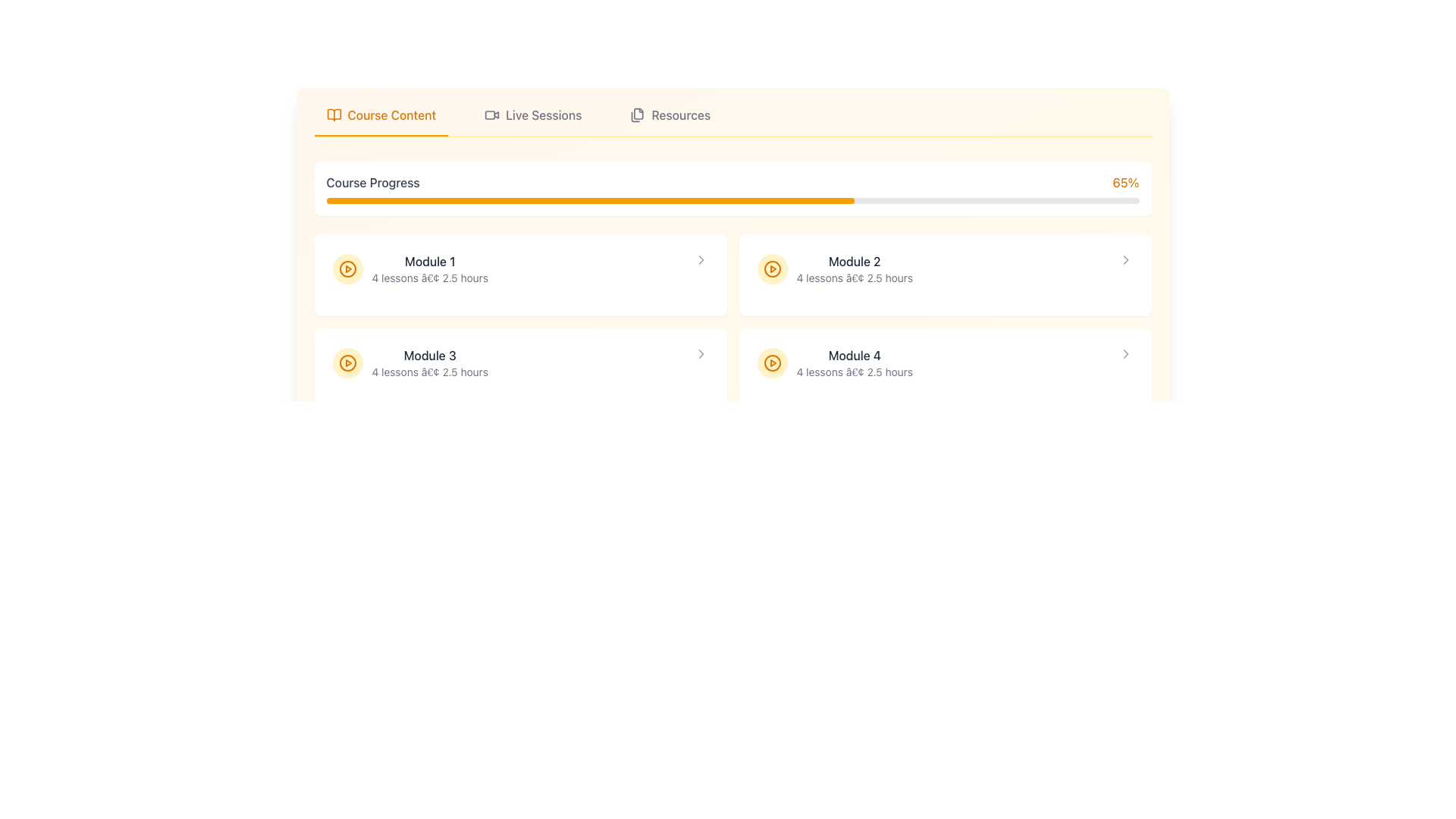 The height and width of the screenshot is (819, 1456). I want to click on the text display UI component that presents the title 'Module 1' and details '4 lessons • 2.5 hours', so click(429, 268).